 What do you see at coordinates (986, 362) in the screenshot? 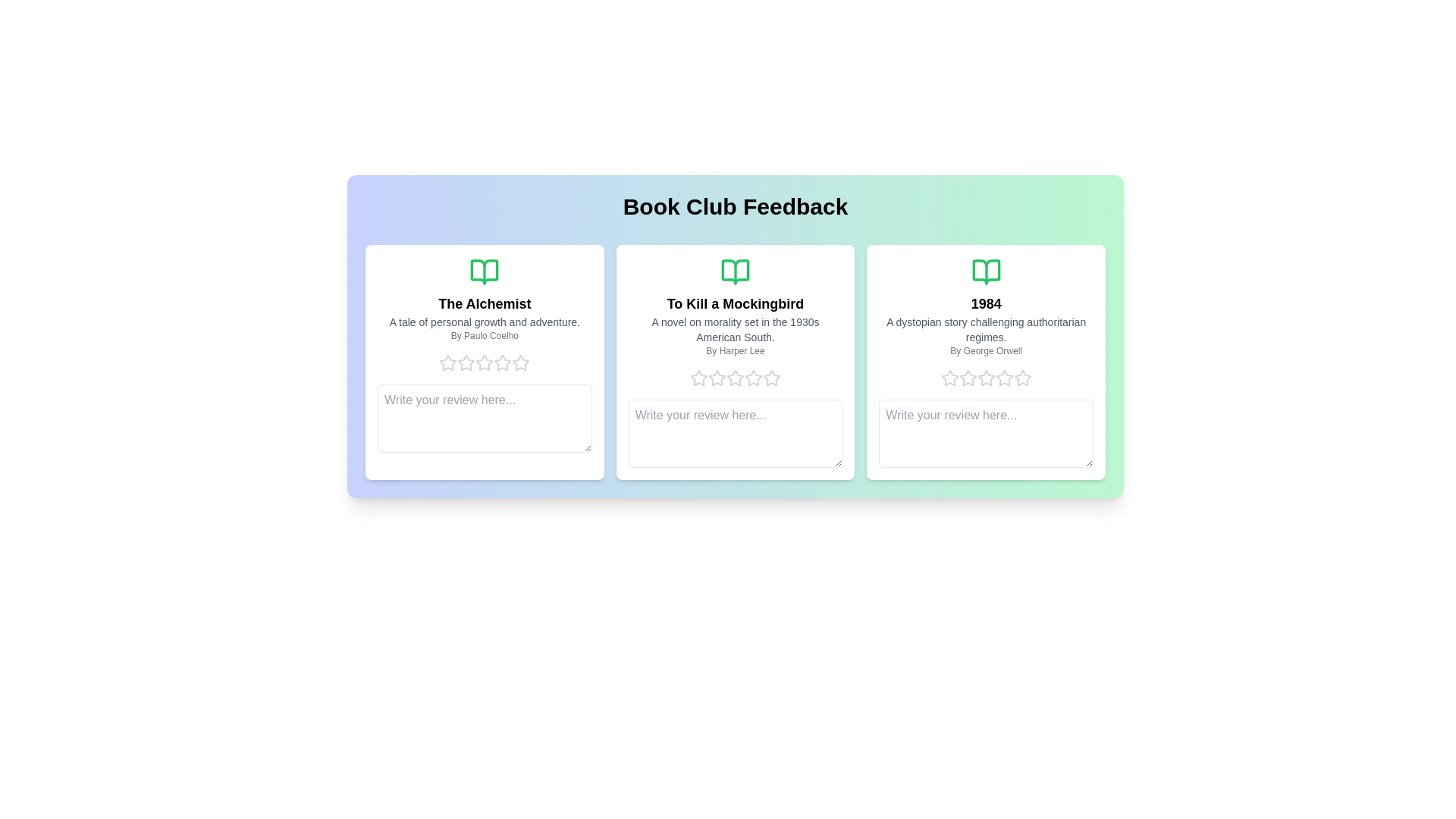
I see `the card component displaying the title '1984', which features a white background, rounded corners, and includes a green book icon at the top` at bounding box center [986, 362].